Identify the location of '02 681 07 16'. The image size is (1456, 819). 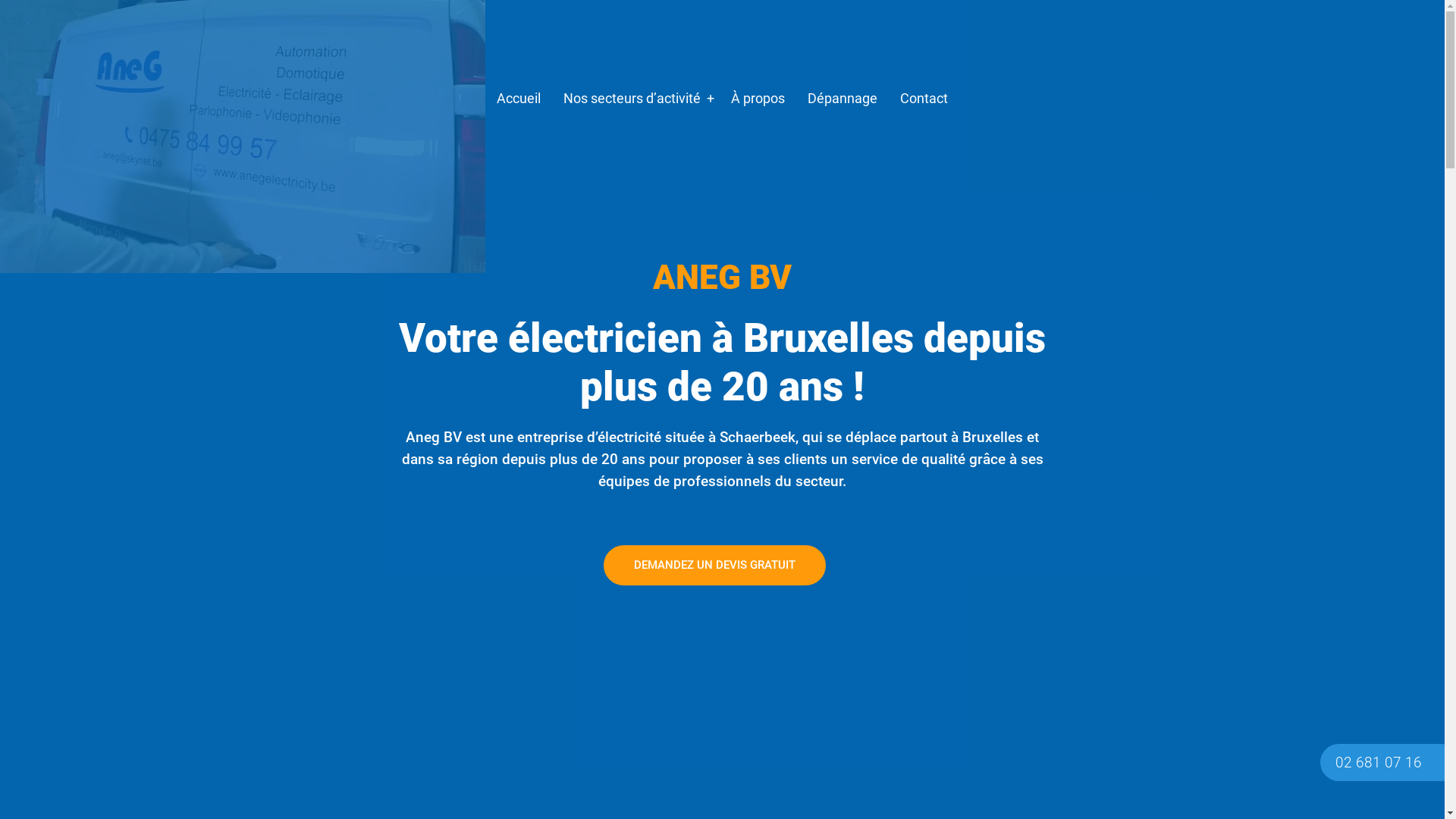
(1379, 762).